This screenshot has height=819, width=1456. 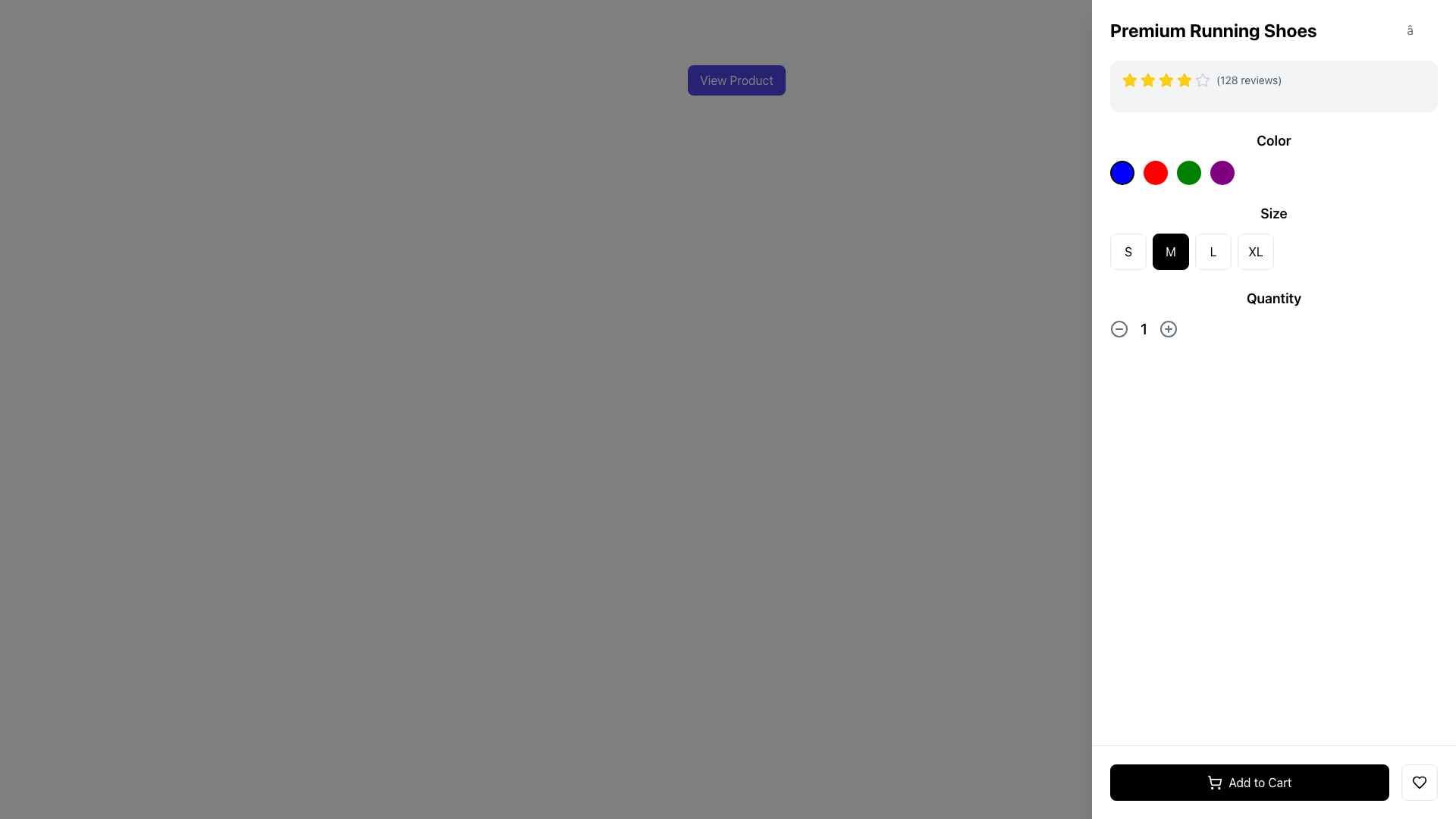 I want to click on the 'XL' size button located in the 'Size' section under the 'Premium Running Shoes' header, so click(x=1256, y=250).